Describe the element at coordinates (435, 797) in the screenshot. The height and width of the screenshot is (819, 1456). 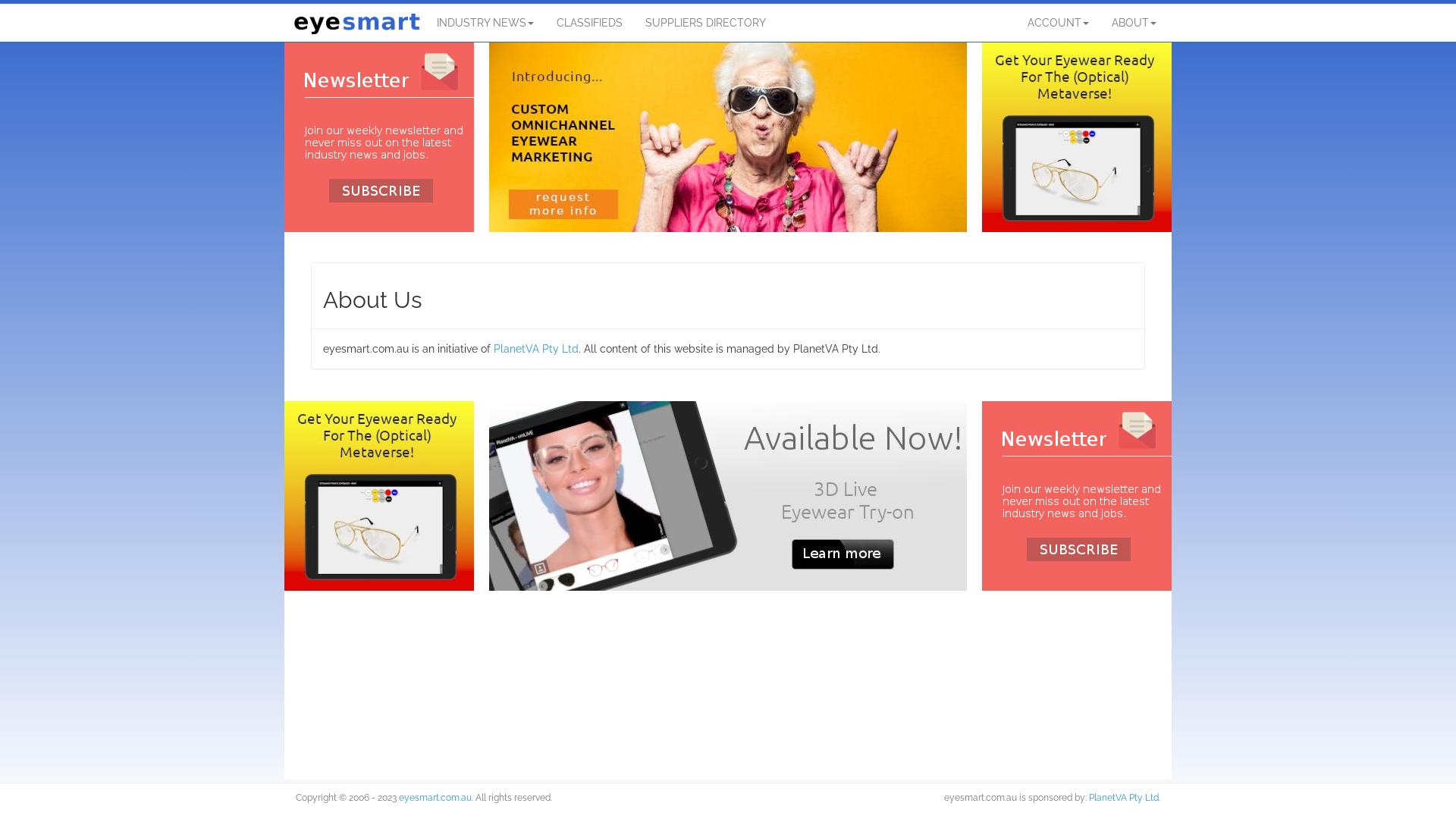
I see `'eyesmart.com.au'` at that location.